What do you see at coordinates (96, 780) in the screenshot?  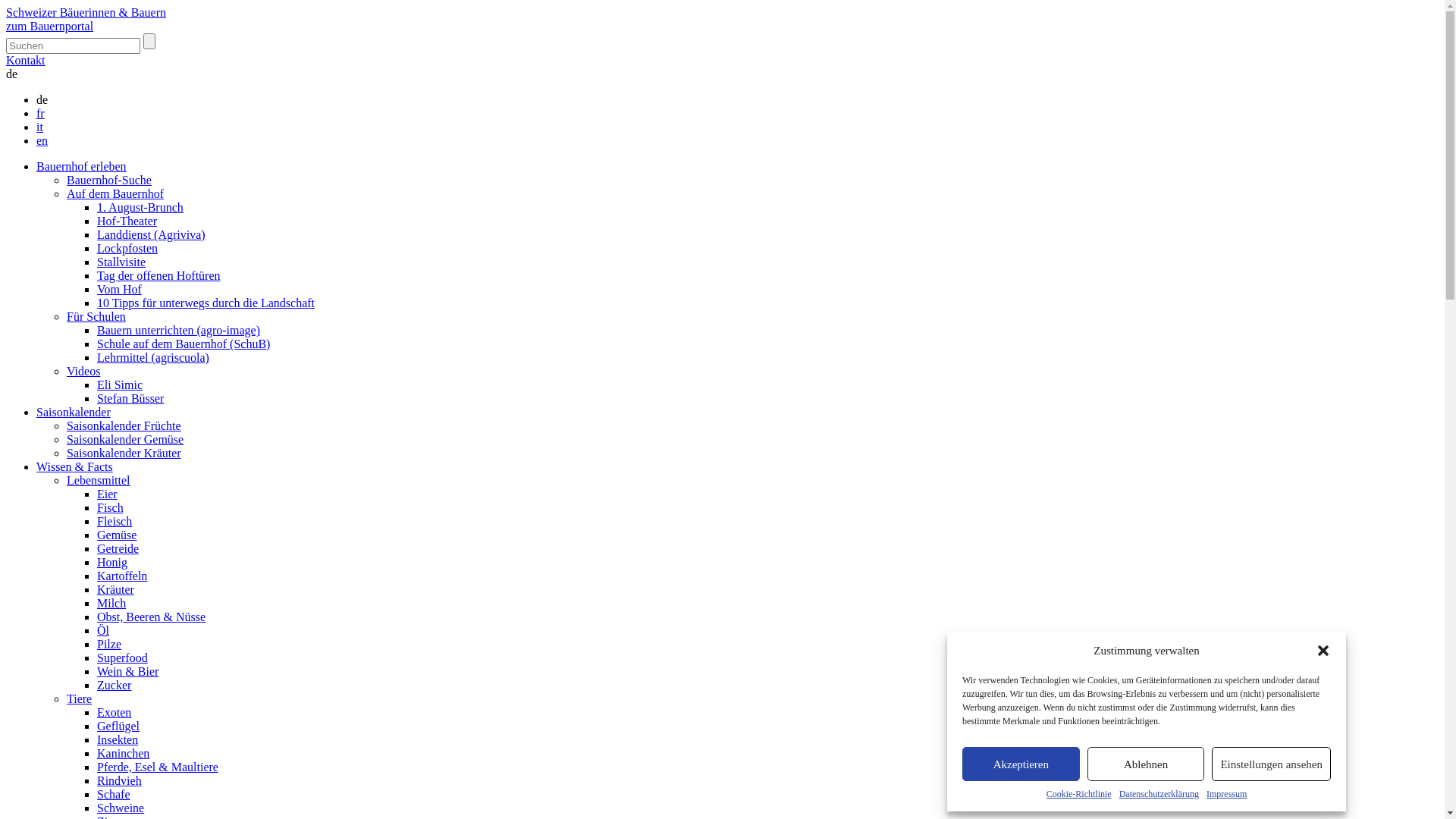 I see `'Rindvieh'` at bounding box center [96, 780].